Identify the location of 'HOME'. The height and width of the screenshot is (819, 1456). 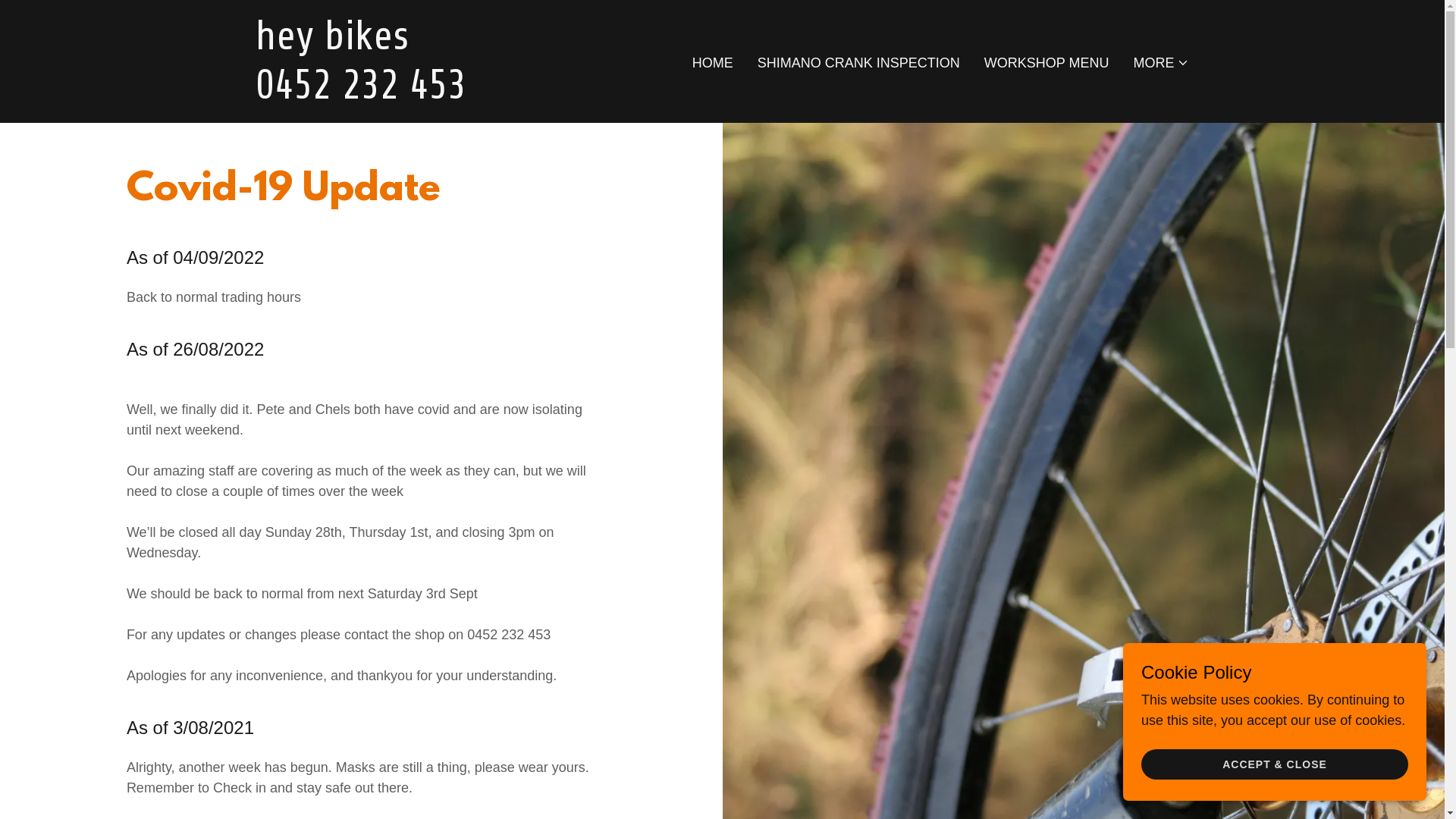
(712, 62).